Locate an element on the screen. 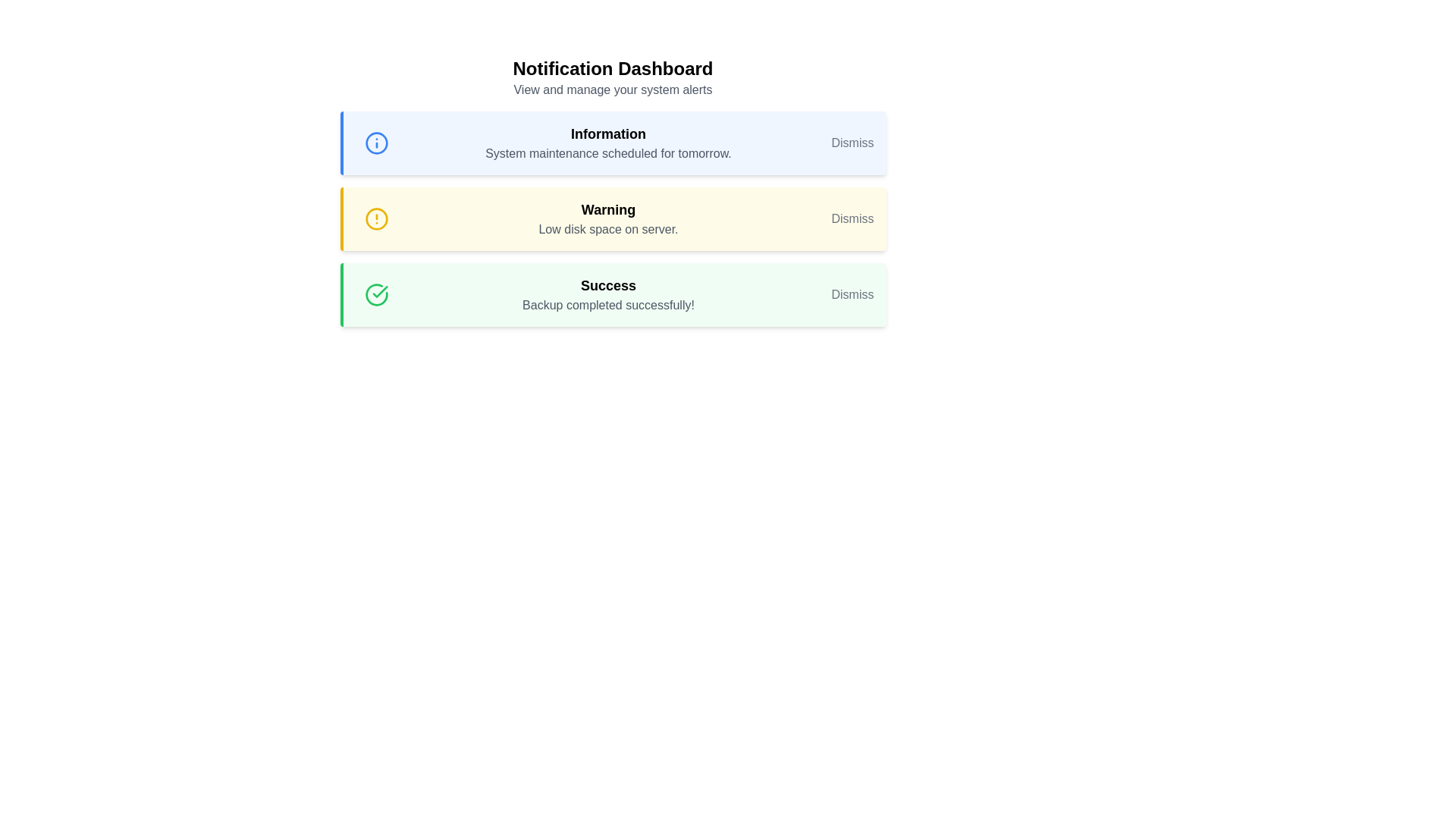 The image size is (1456, 819). the notification message display that shows 'Warning' in bold and 'Low disk space on server.' below it, located in the second notification box of the list is located at coordinates (608, 219).